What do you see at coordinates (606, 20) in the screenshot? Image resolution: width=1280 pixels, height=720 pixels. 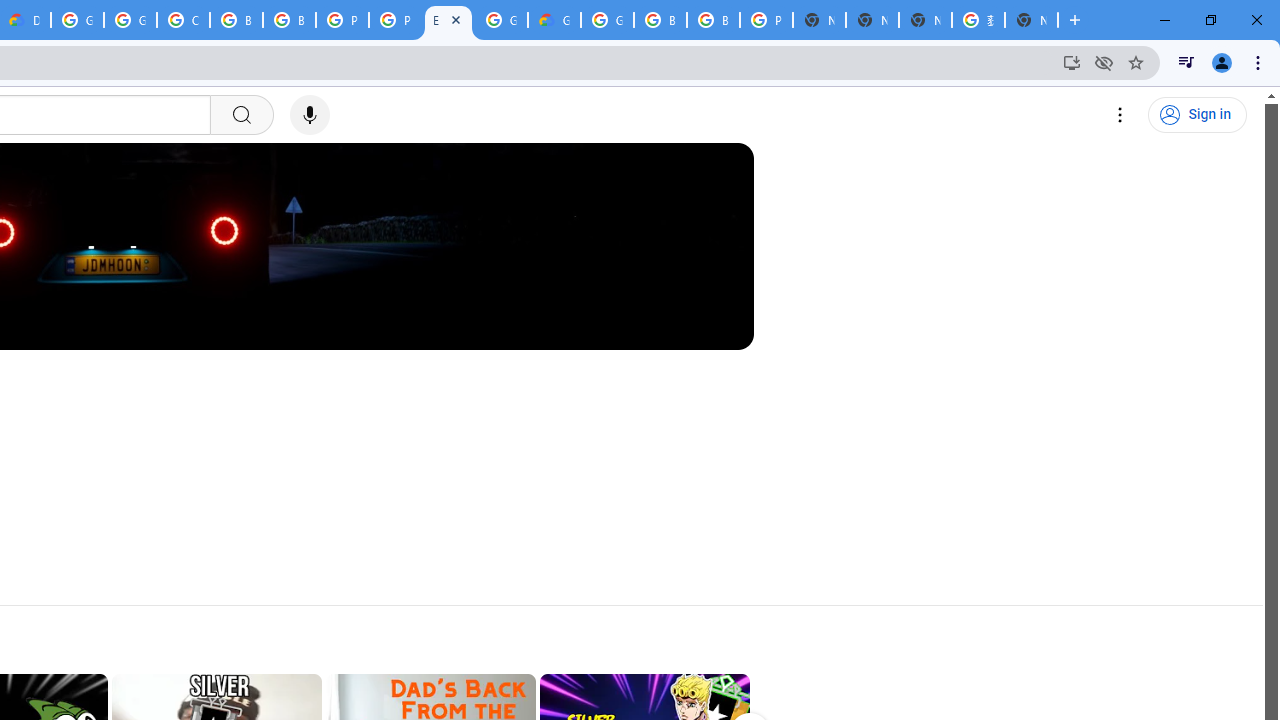 I see `'Google Cloud Platform'` at bounding box center [606, 20].